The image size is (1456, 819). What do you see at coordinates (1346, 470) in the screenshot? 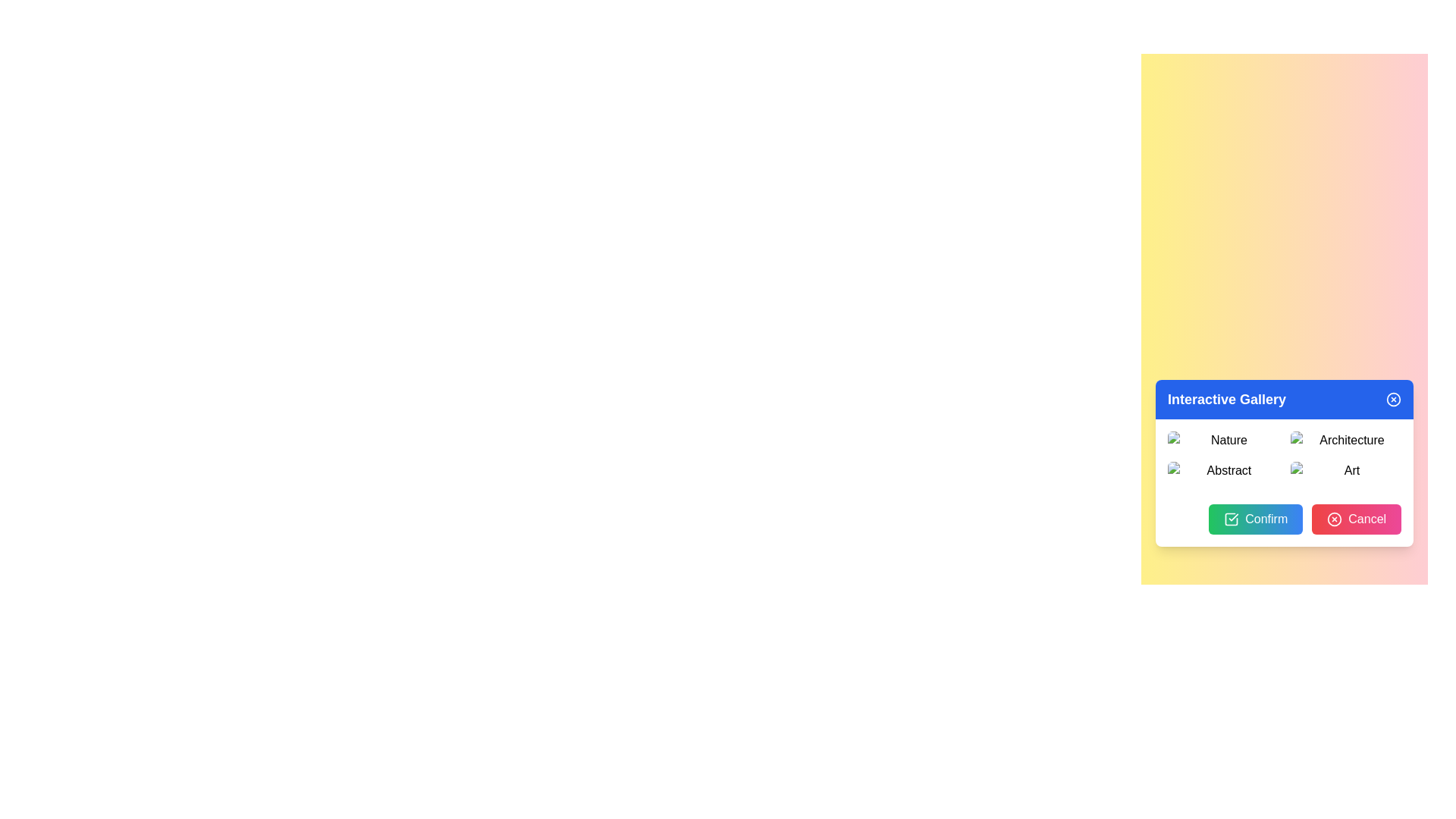
I see `text content of the 'Art' label located in the fourth position of the labeled icons in the 'Interactive Gallery' dialog box` at bounding box center [1346, 470].